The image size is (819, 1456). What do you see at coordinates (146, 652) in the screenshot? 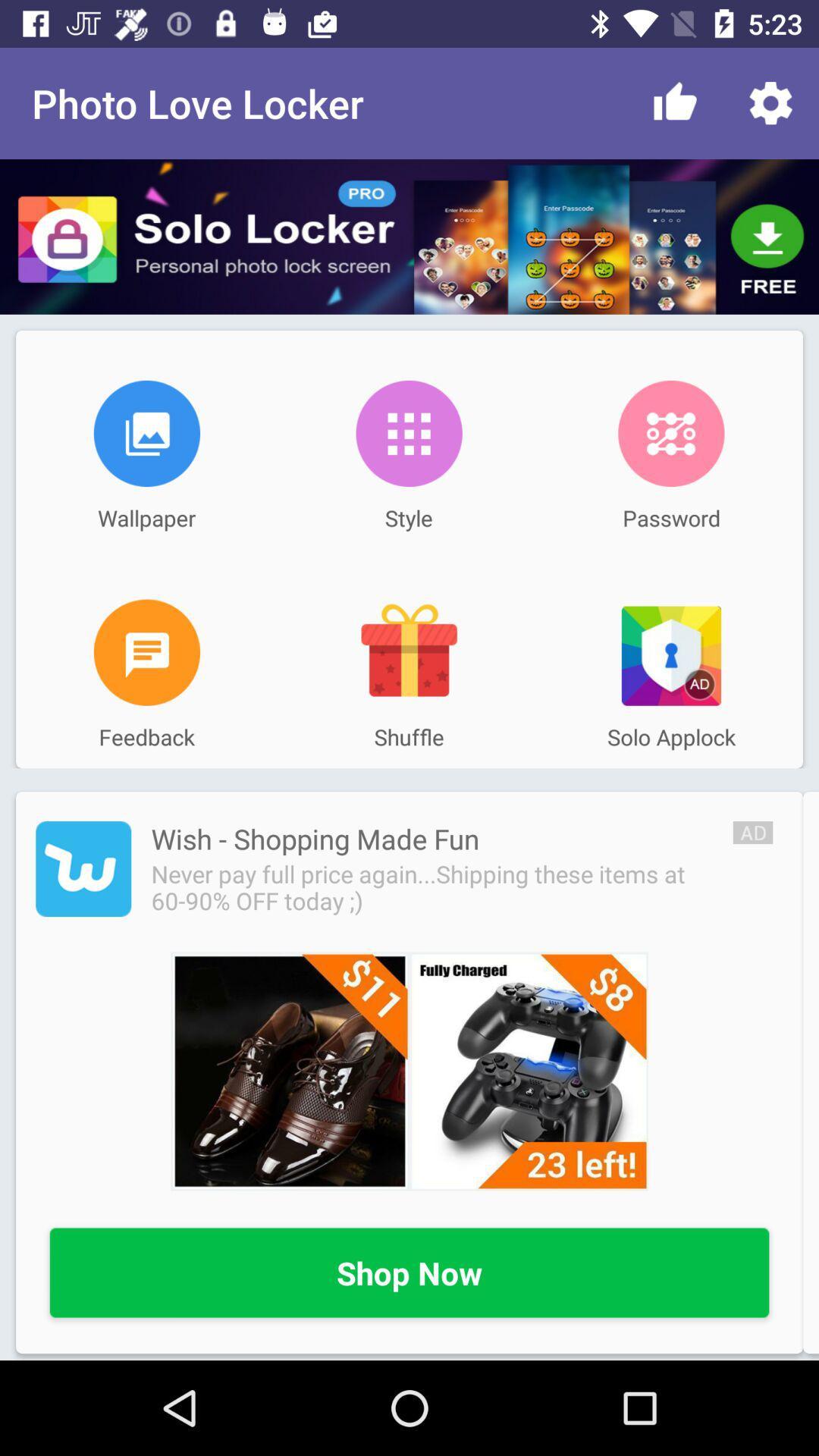
I see `submit feedback` at bounding box center [146, 652].